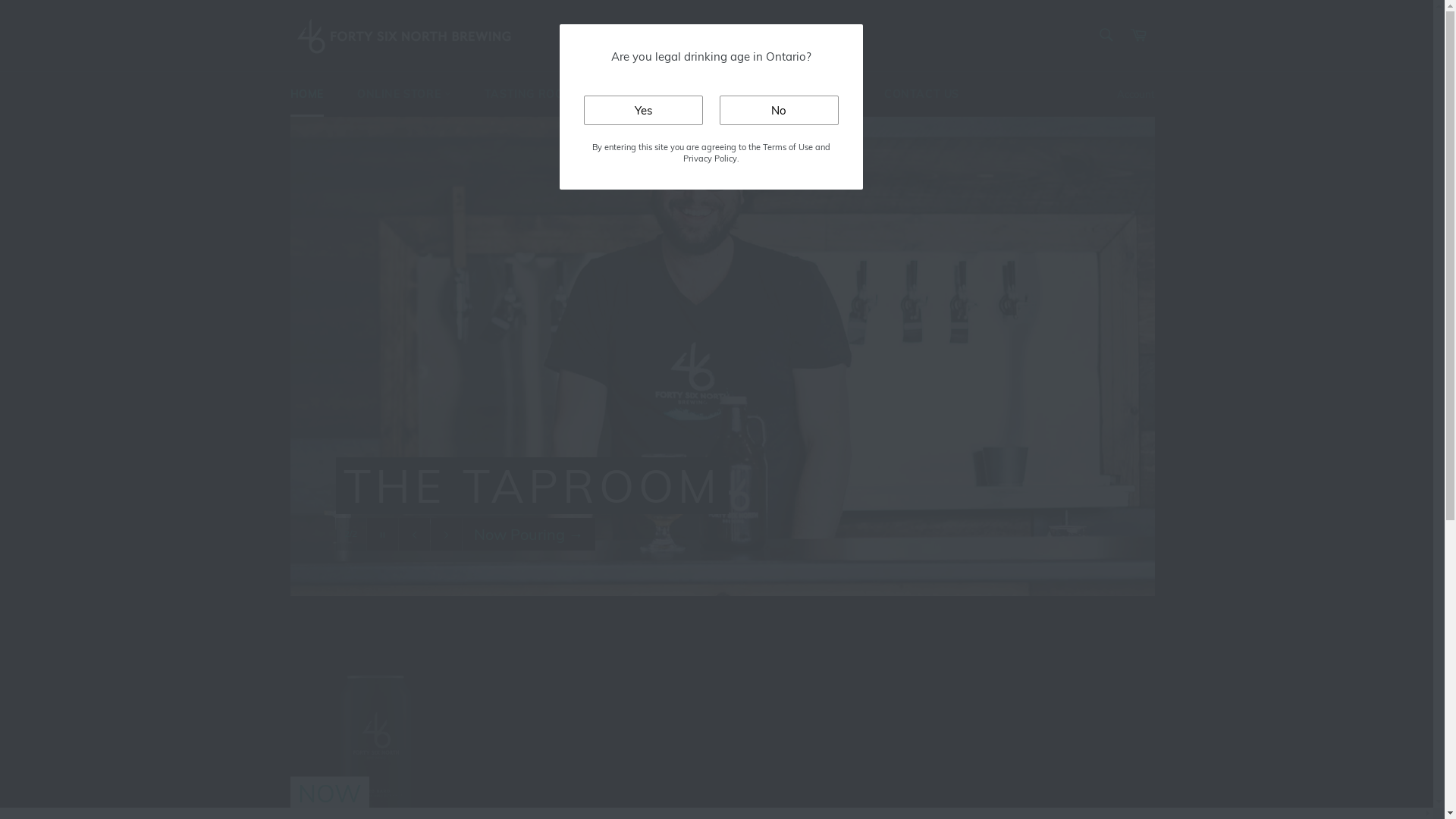 The image size is (1456, 819). Describe the element at coordinates (1138, 34) in the screenshot. I see `'Cart'` at that location.